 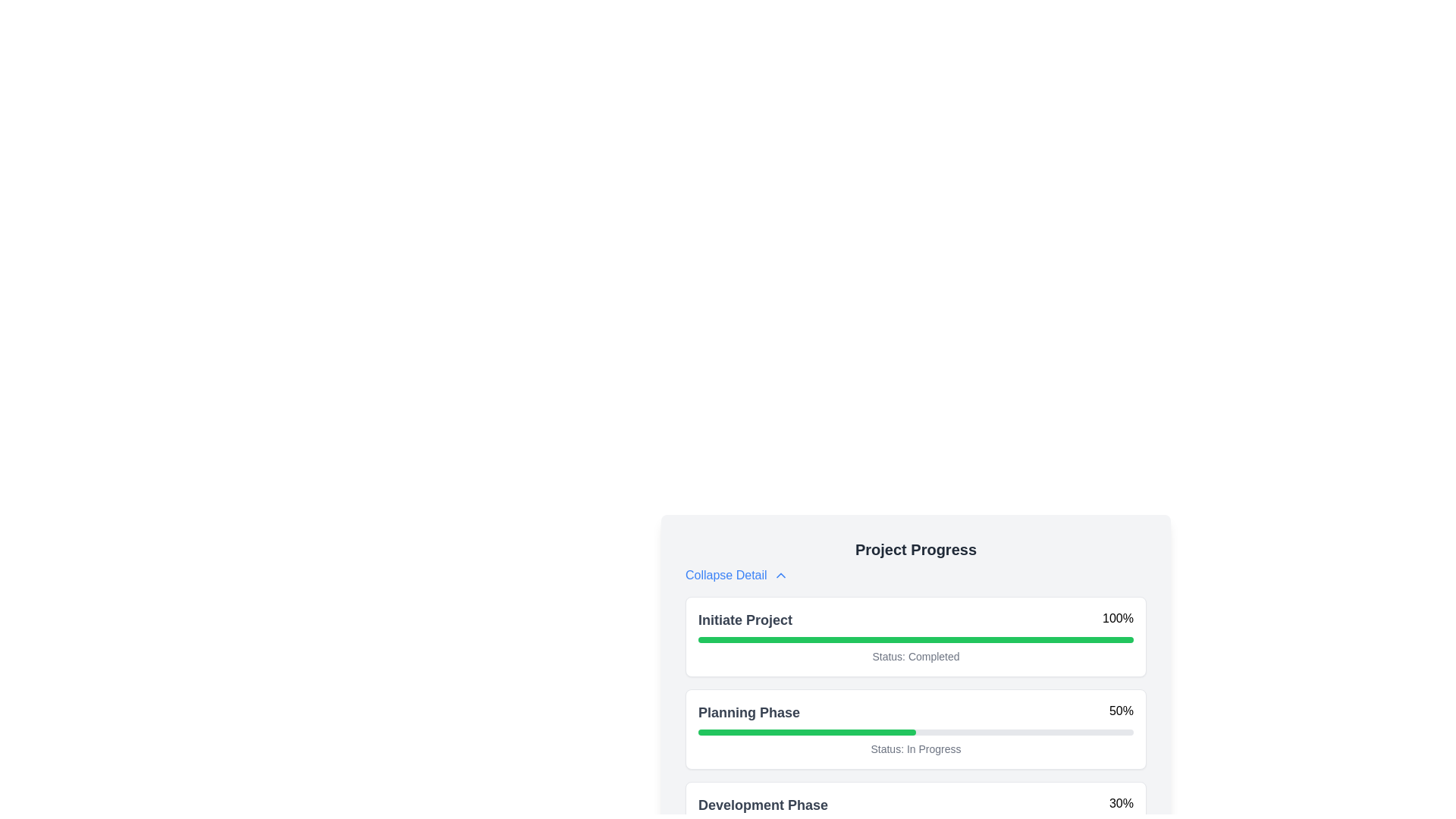 What do you see at coordinates (915, 731) in the screenshot?
I see `the progress bar representing the 'Planning Phase' task, which indicates 50% completion and is located below the text 'Planning Phase'` at bounding box center [915, 731].